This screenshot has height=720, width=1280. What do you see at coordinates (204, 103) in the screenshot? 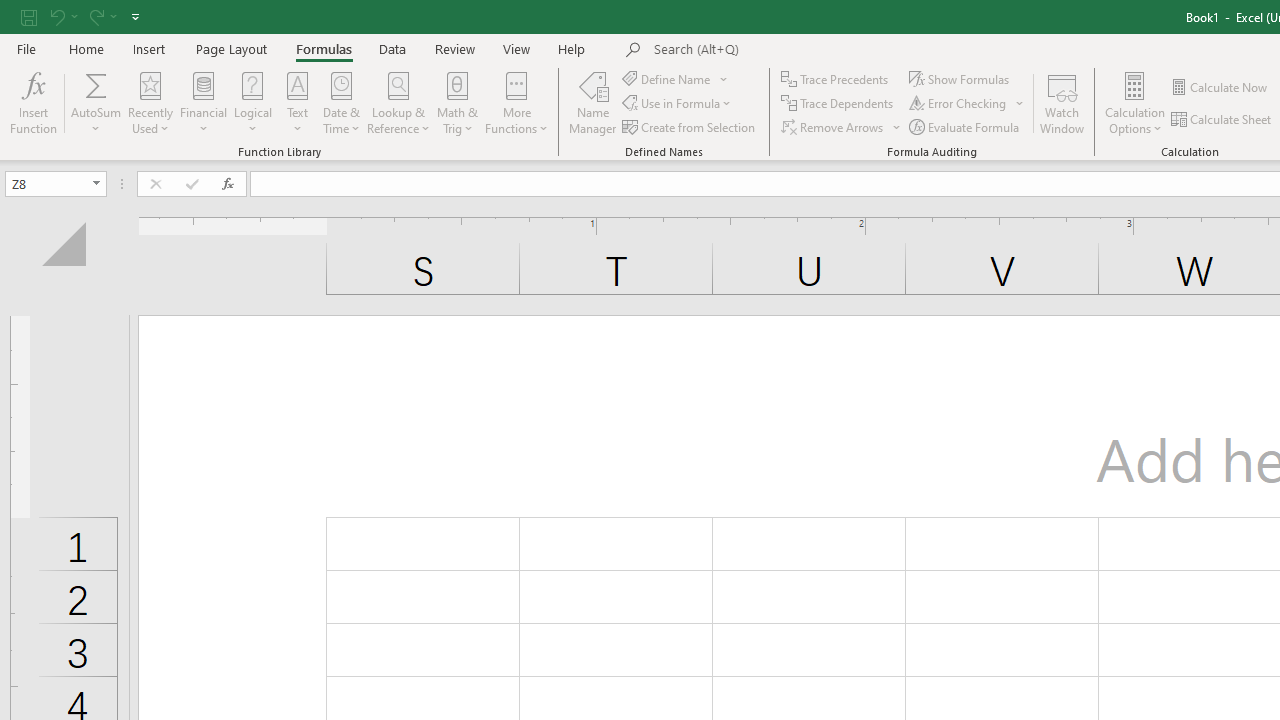
I see `'Financial'` at bounding box center [204, 103].